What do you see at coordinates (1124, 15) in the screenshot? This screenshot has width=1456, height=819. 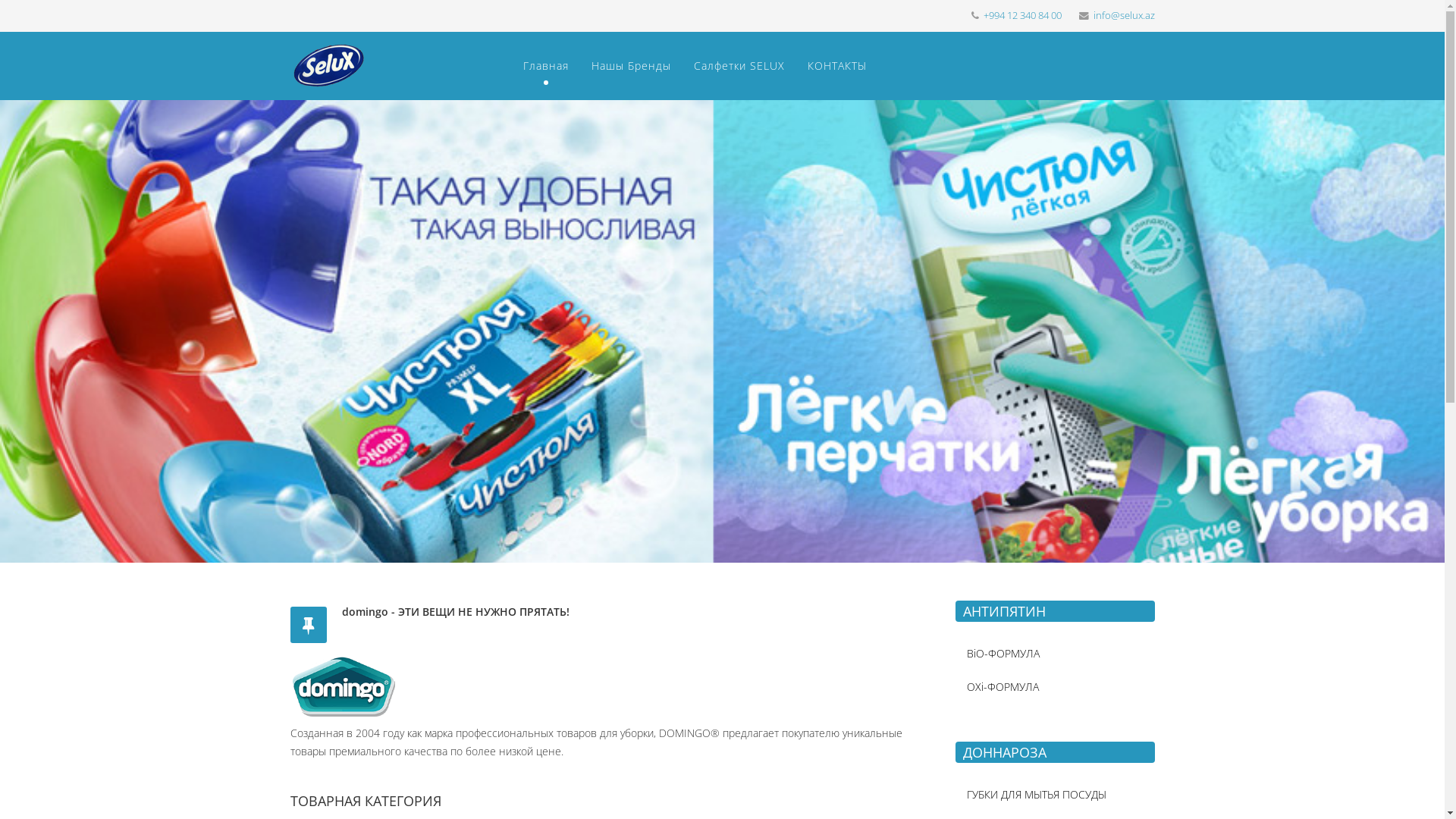 I see `'info@selux.az'` at bounding box center [1124, 15].